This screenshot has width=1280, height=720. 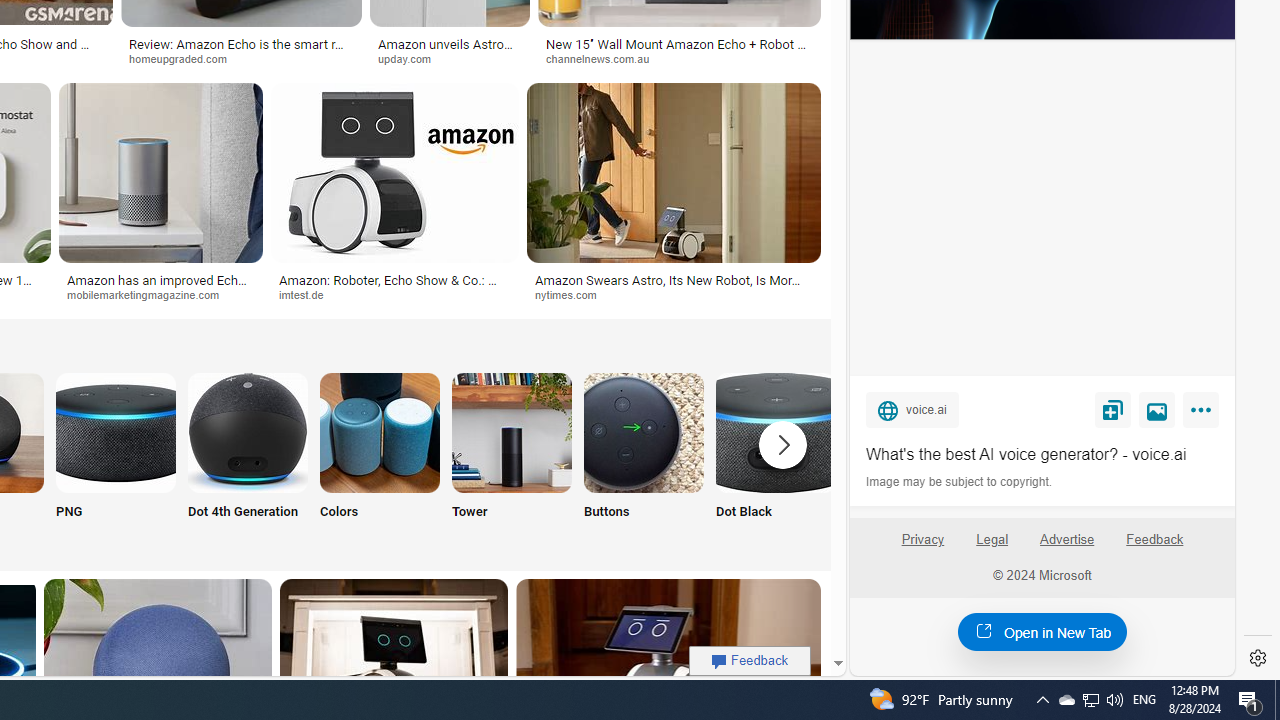 What do you see at coordinates (410, 57) in the screenshot?
I see `'upday.com'` at bounding box center [410, 57].